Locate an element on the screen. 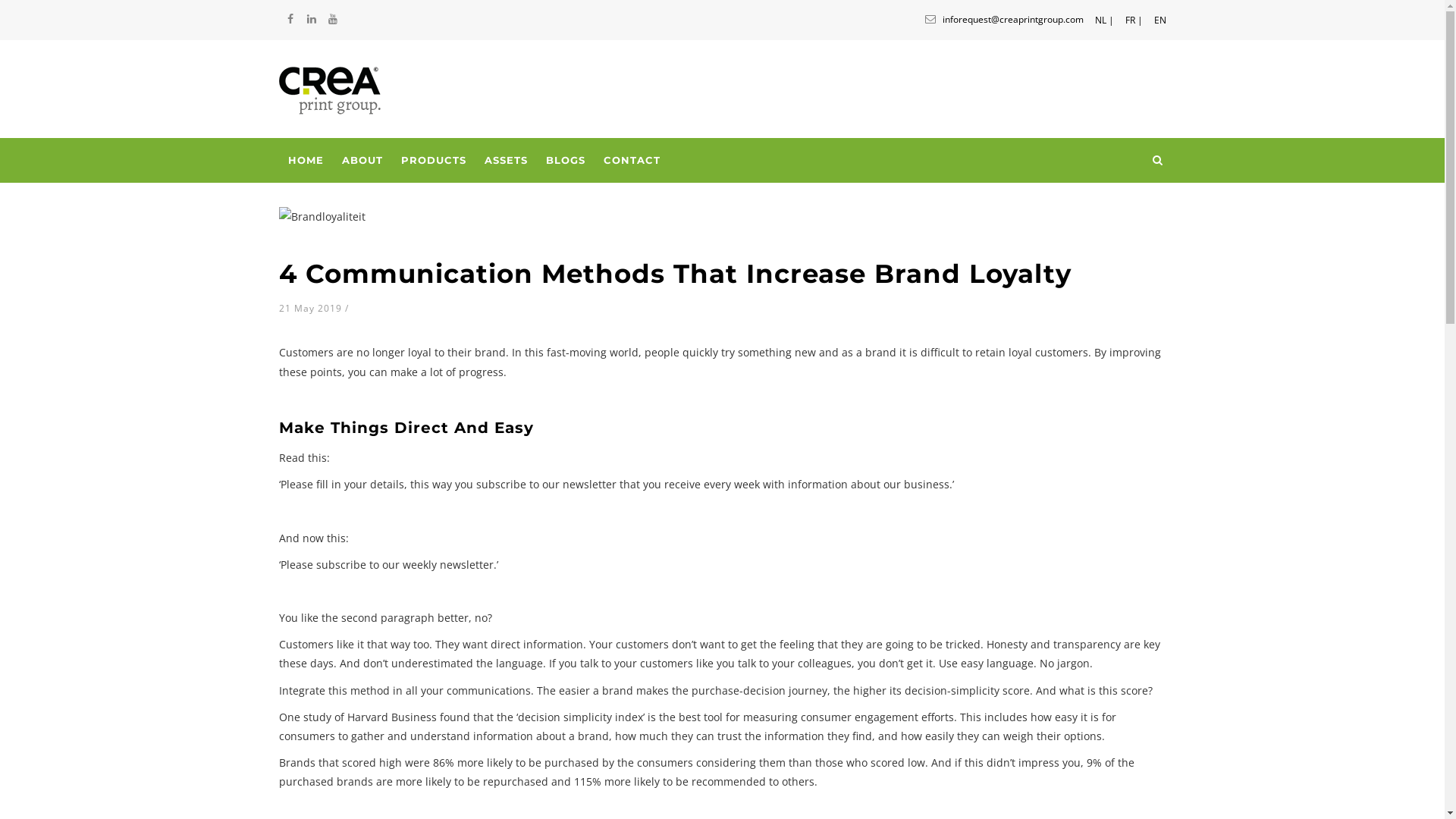 The image size is (1456, 819). 'FR |' is located at coordinates (1125, 17).